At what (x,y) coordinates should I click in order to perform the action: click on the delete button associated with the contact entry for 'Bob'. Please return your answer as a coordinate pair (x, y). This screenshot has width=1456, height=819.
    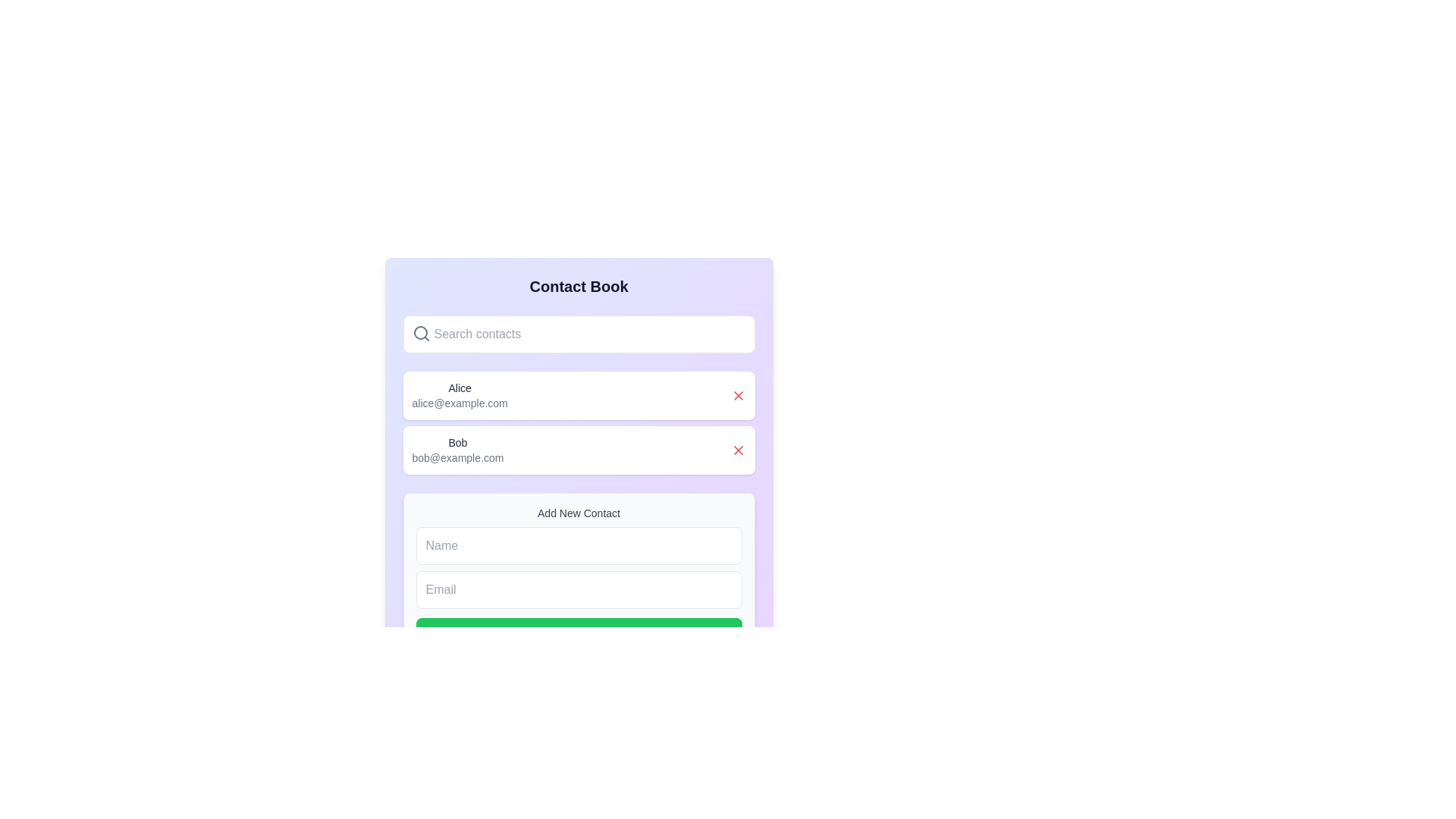
    Looking at the image, I should click on (738, 450).